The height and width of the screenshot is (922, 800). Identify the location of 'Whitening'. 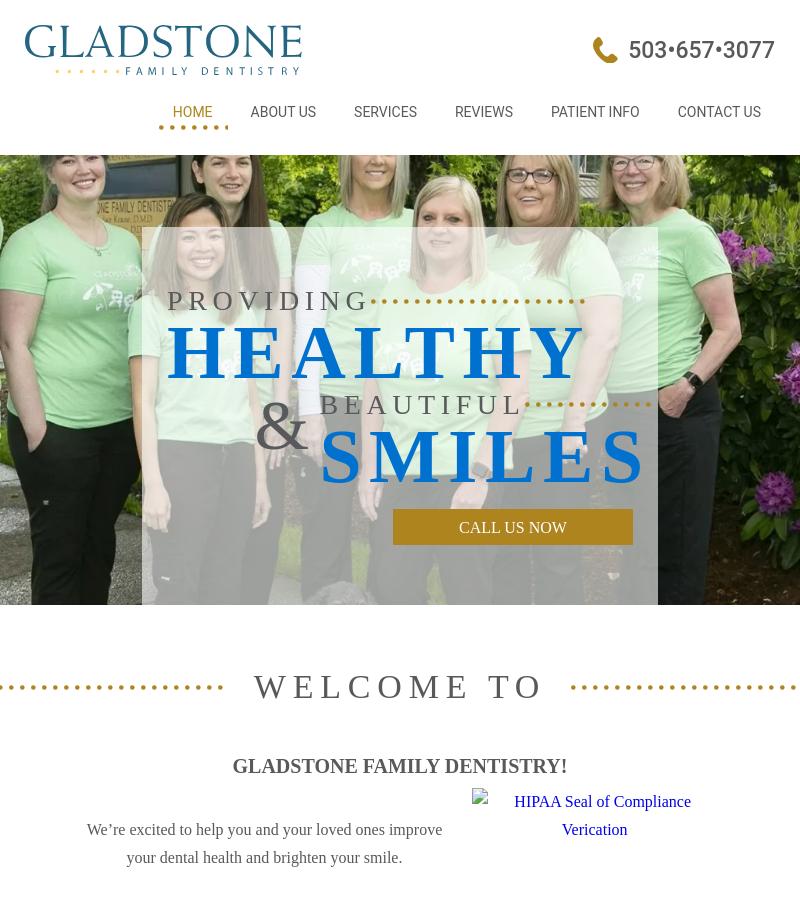
(390, 391).